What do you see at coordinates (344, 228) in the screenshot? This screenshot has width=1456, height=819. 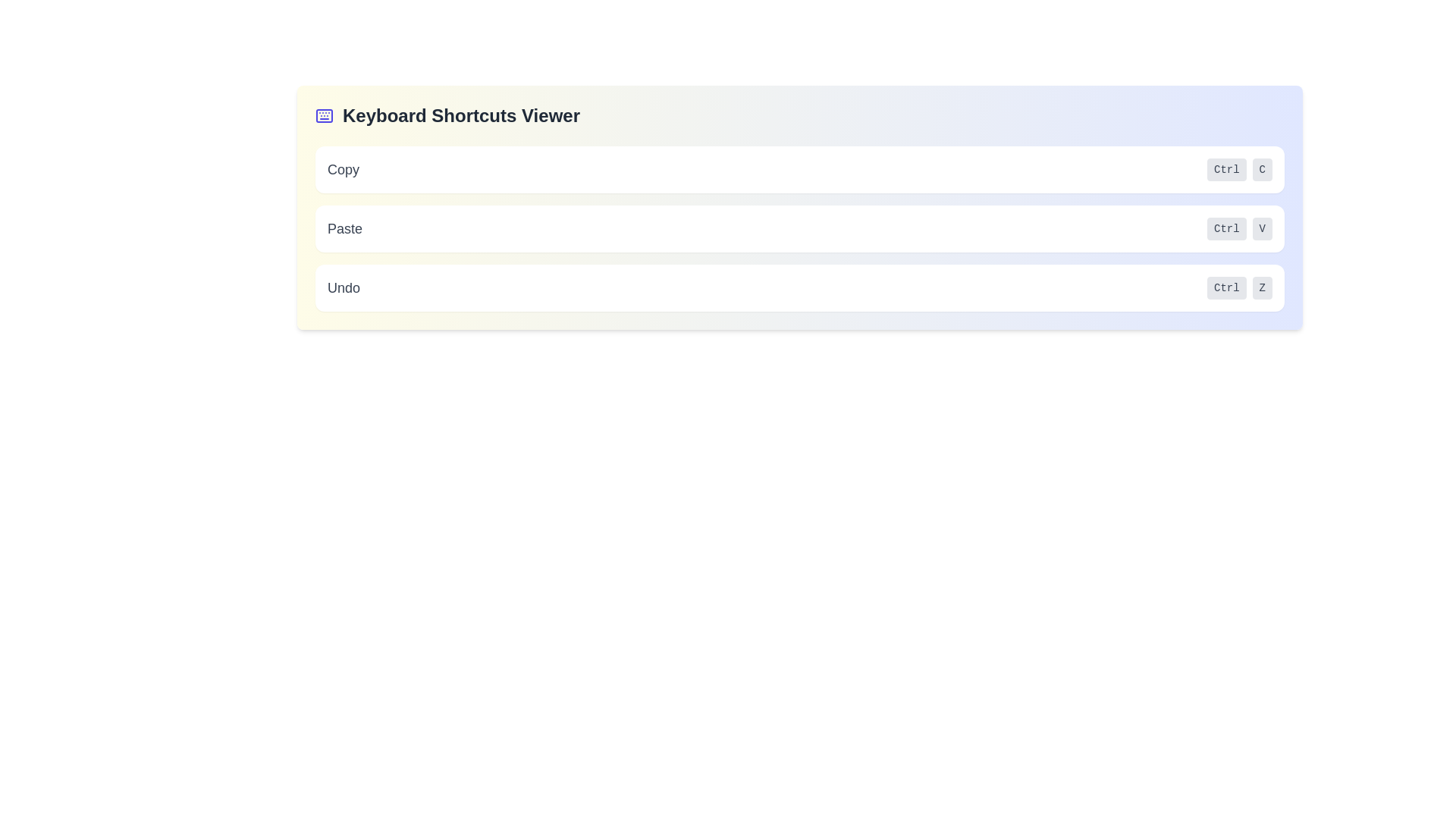 I see `the text label that serves as a title for the associated keyboard shortcut action, located in the leftmost position of the second row in the command shortcuts layout` at bounding box center [344, 228].